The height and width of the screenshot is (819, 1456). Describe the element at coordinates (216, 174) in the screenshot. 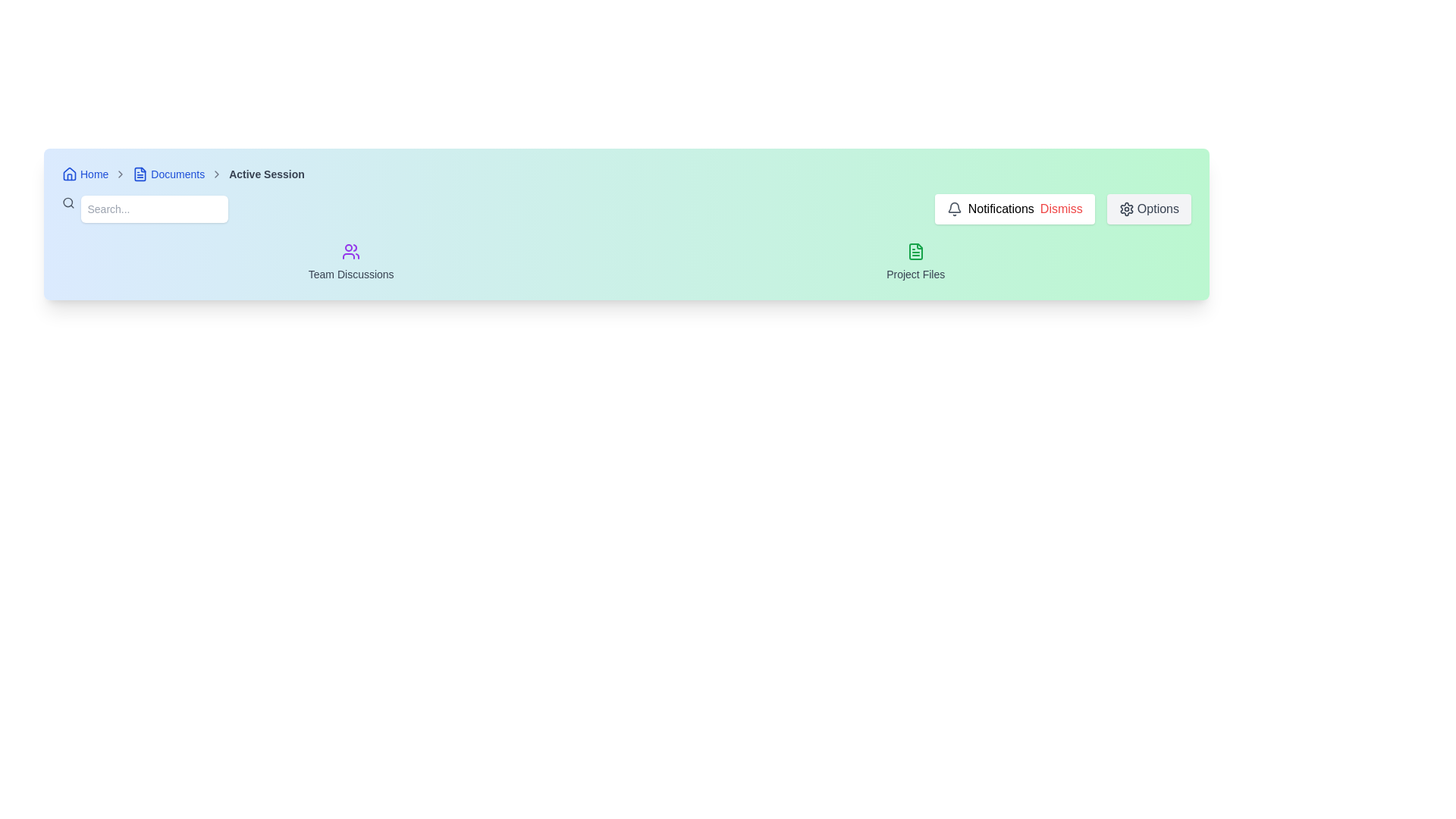

I see `rightward chevron icon in the breadcrumb navigation bar, which is styled using the Lucide icon library and is positioned between the 'Documents' link and 'Active Session'` at that location.